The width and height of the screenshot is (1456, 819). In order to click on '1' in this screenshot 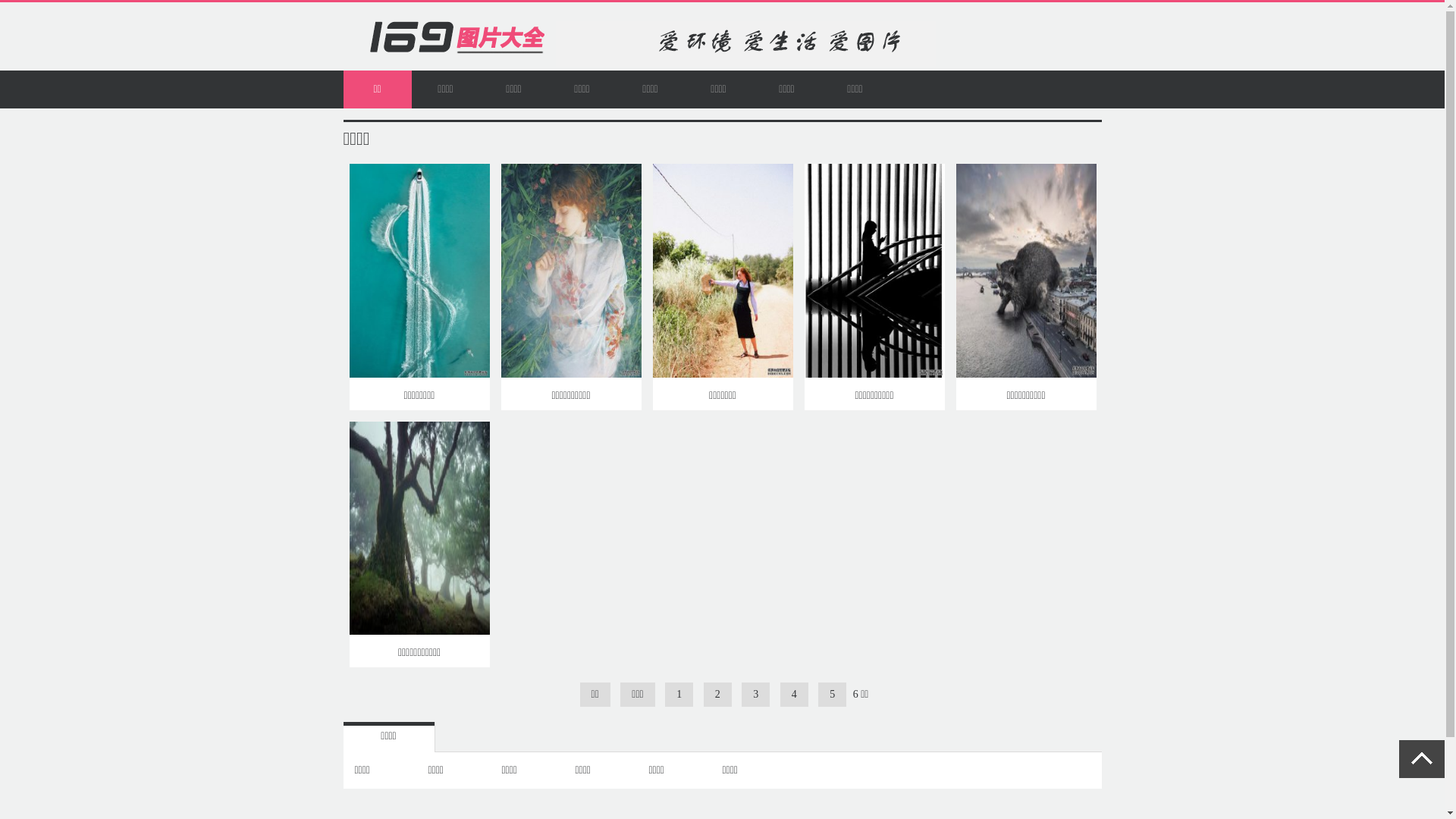, I will do `click(678, 694)`.